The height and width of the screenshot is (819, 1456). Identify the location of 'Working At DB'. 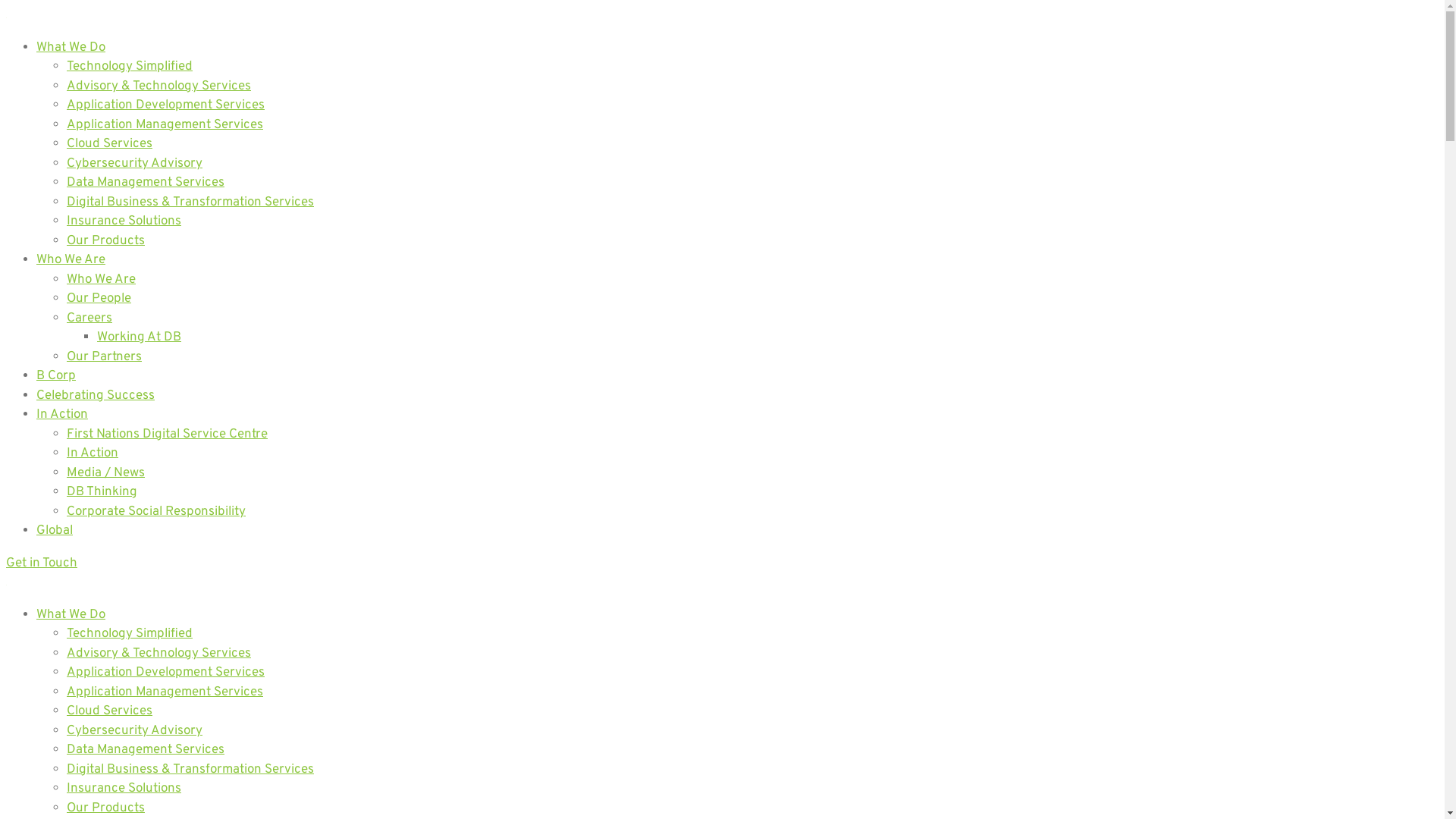
(139, 336).